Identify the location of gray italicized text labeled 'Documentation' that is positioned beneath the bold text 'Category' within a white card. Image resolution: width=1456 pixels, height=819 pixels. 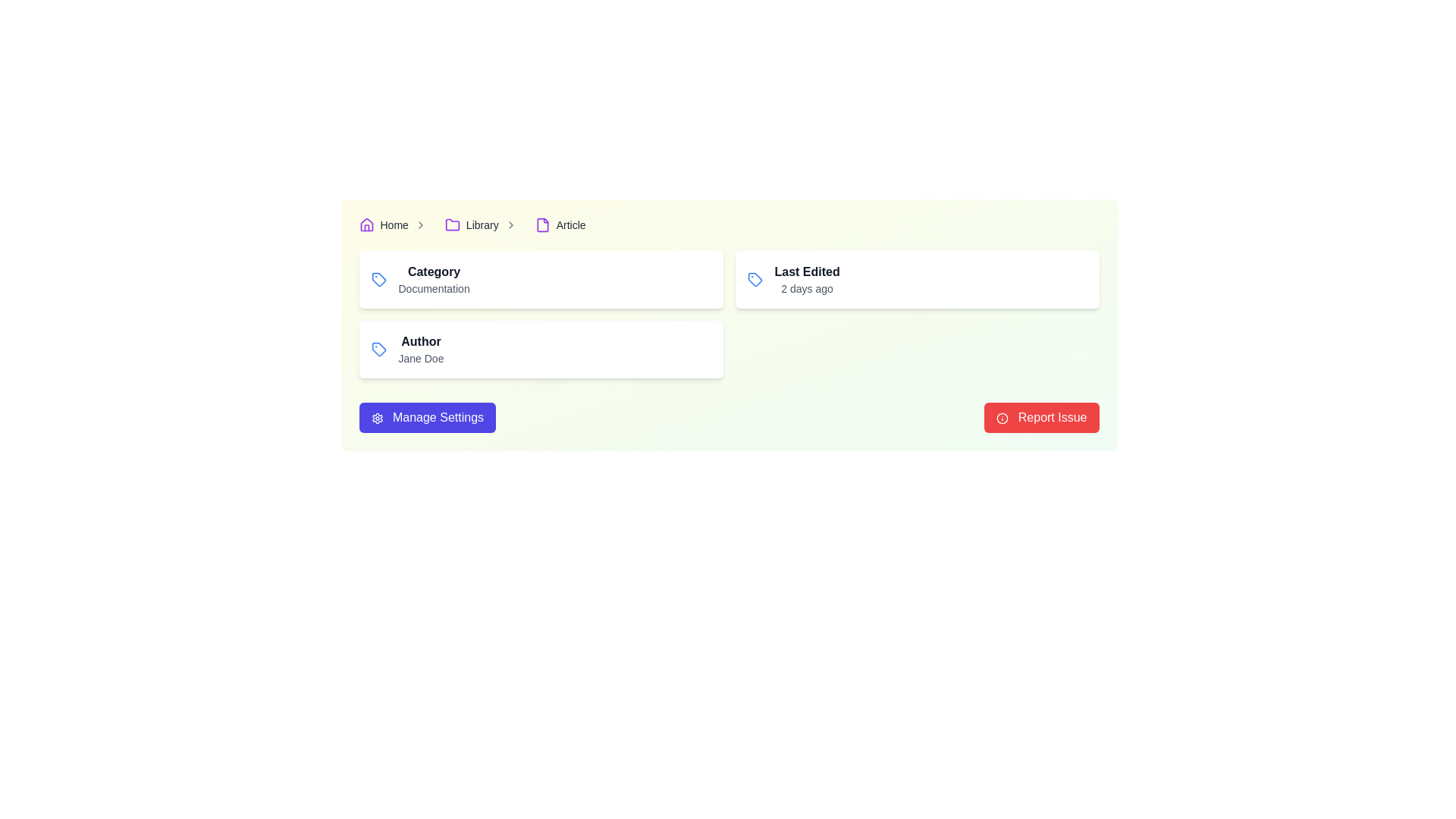
(433, 289).